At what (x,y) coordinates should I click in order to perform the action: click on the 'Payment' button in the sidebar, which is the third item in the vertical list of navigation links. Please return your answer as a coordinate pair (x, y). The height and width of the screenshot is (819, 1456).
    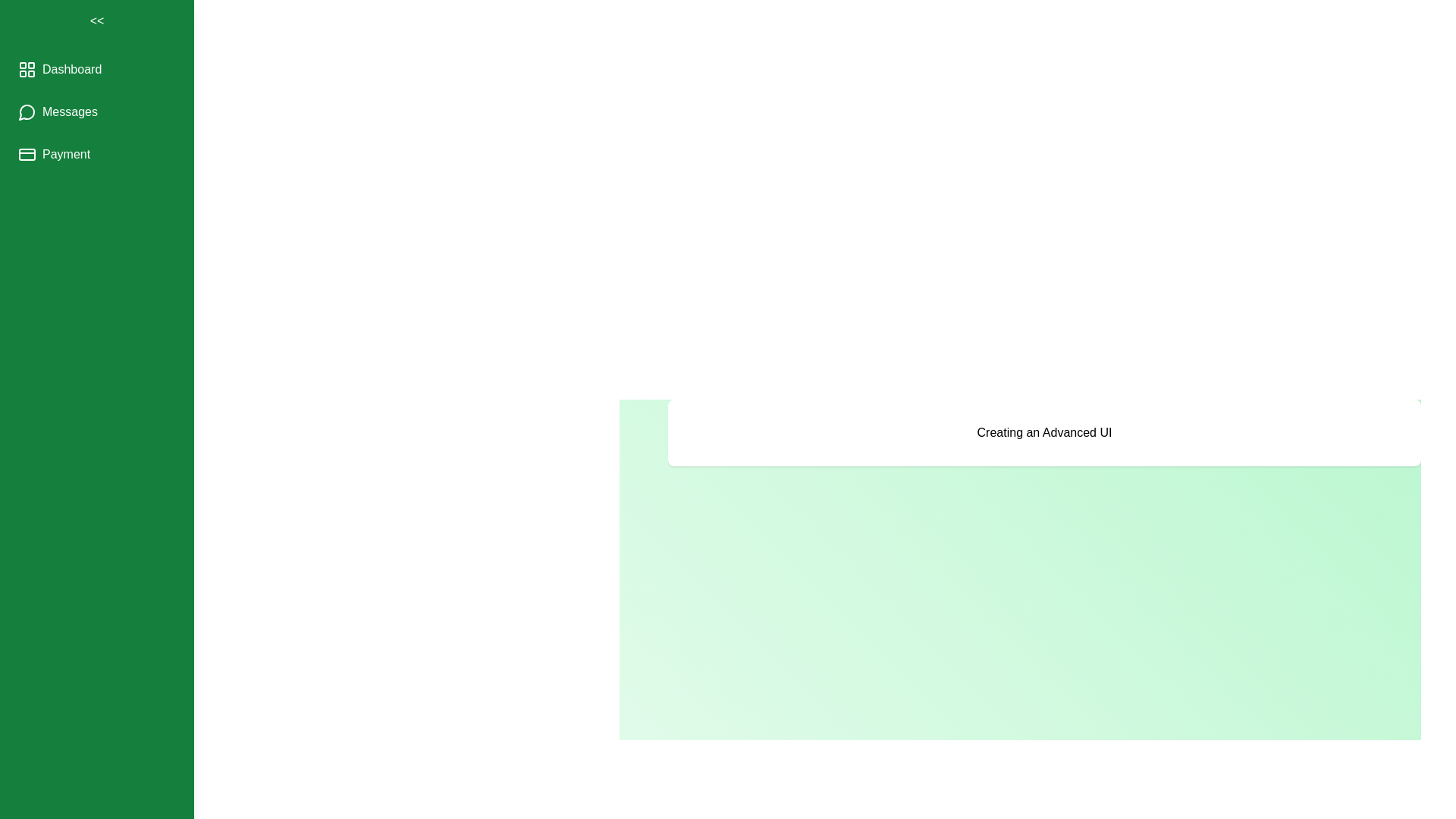
    Looking at the image, I should click on (54, 155).